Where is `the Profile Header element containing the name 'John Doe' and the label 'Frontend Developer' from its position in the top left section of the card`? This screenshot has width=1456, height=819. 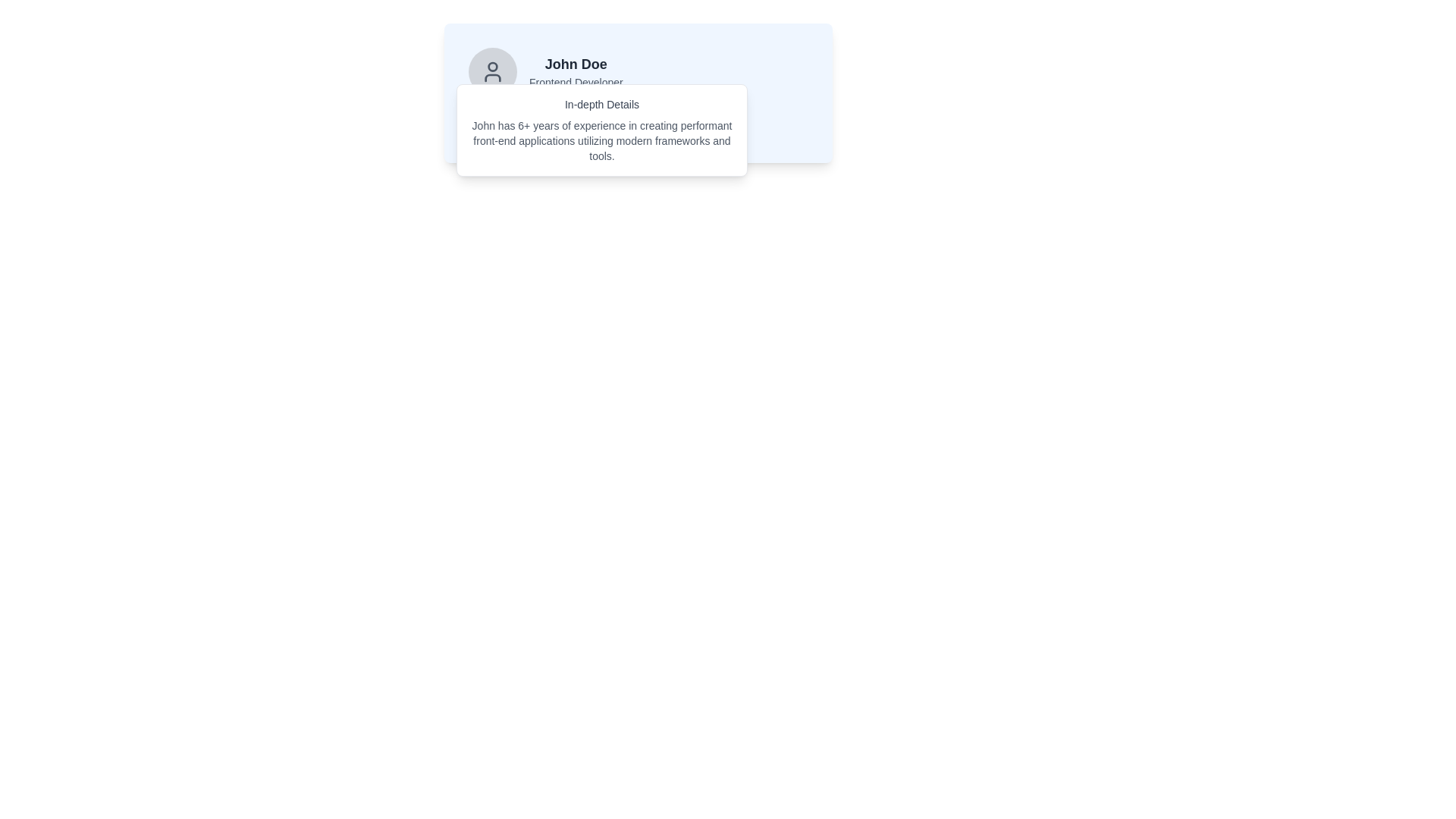
the Profile Header element containing the name 'John Doe' and the label 'Frontend Developer' from its position in the top left section of the card is located at coordinates (638, 72).